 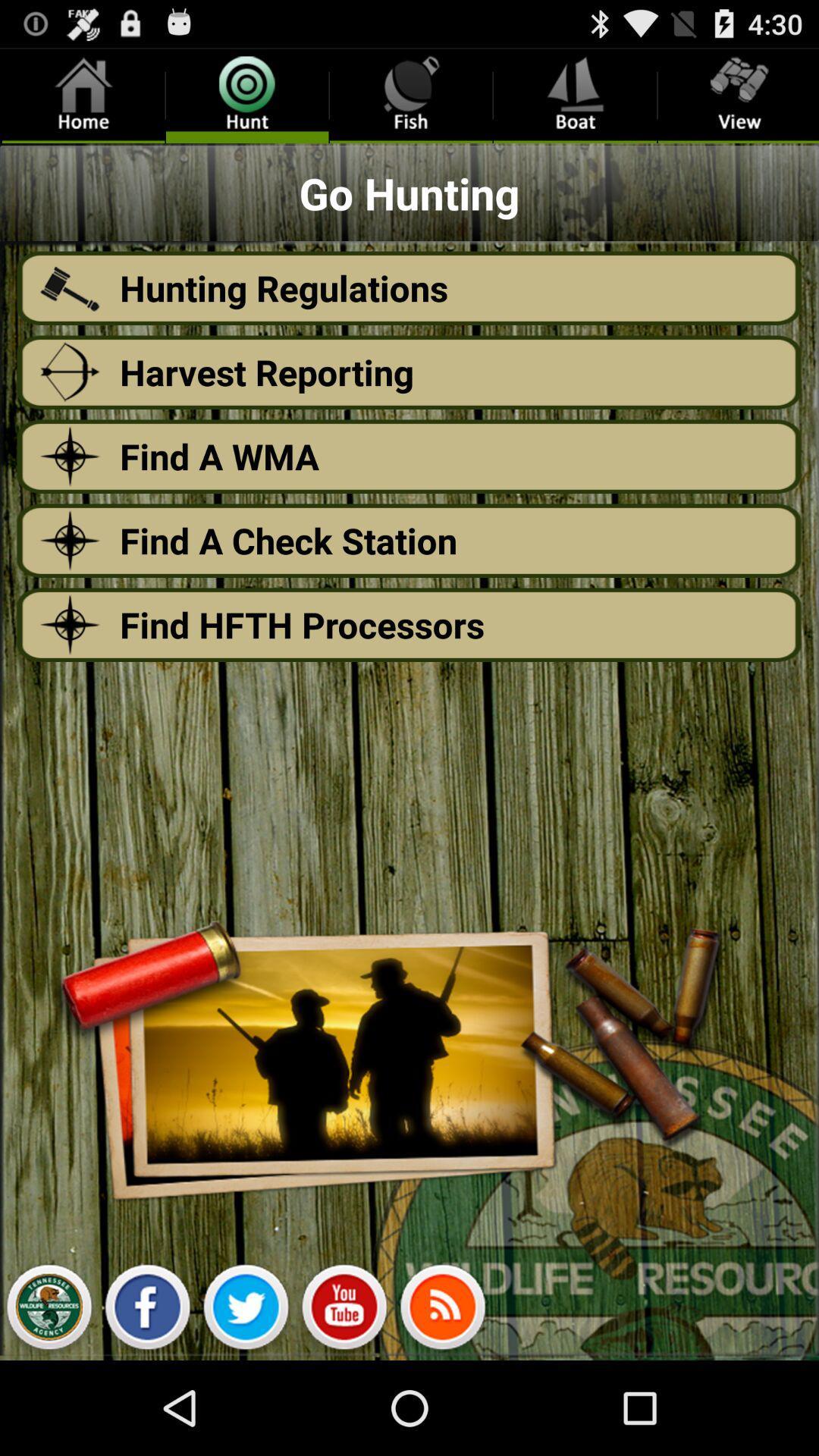 I want to click on the twitter icon, so click(x=245, y=1402).